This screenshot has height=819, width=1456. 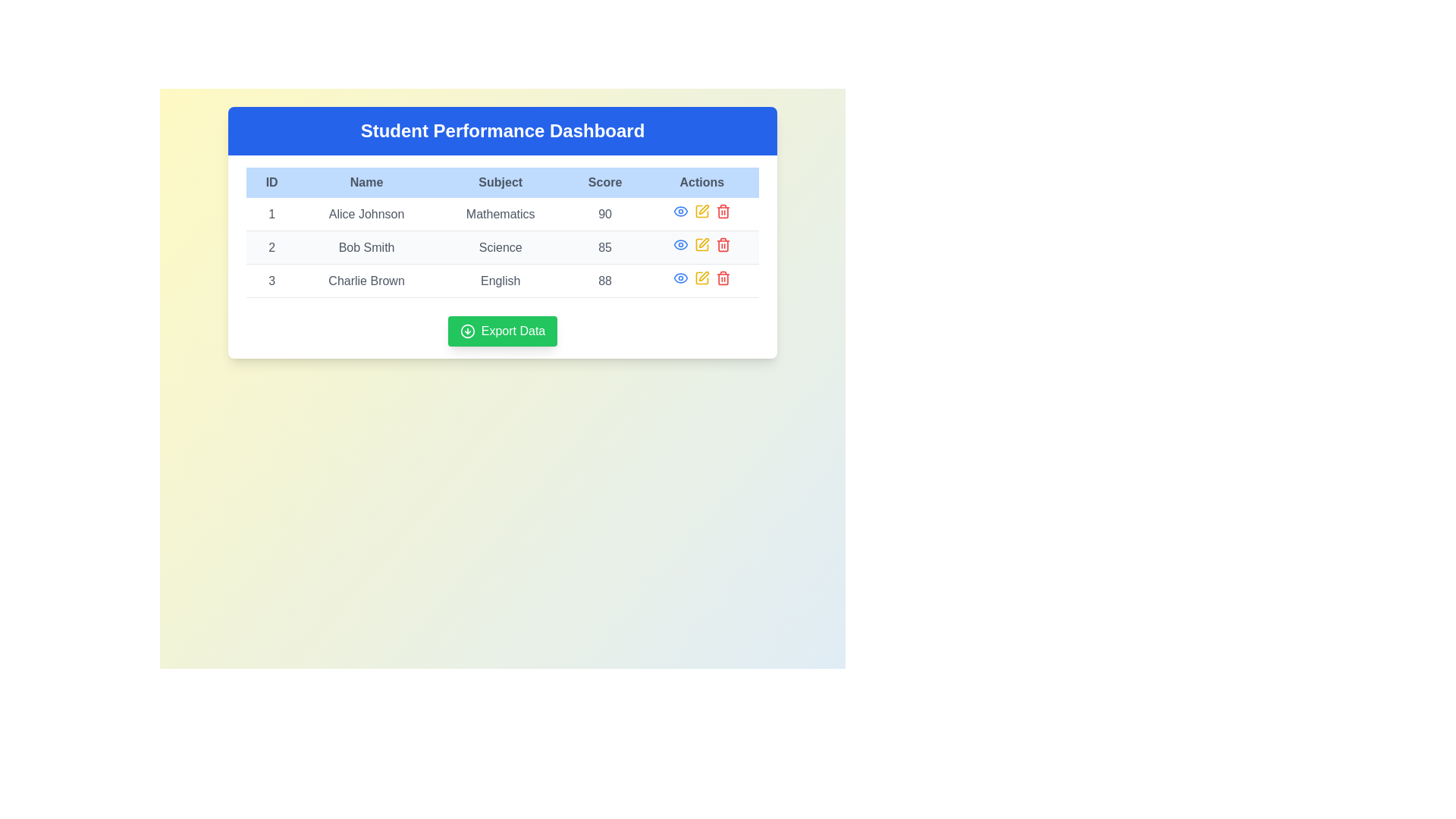 I want to click on the text displaying the score '88' for the subject 'English' in the Score column of the third row labeled '3 - Charlie Brown - English', so click(x=604, y=281).